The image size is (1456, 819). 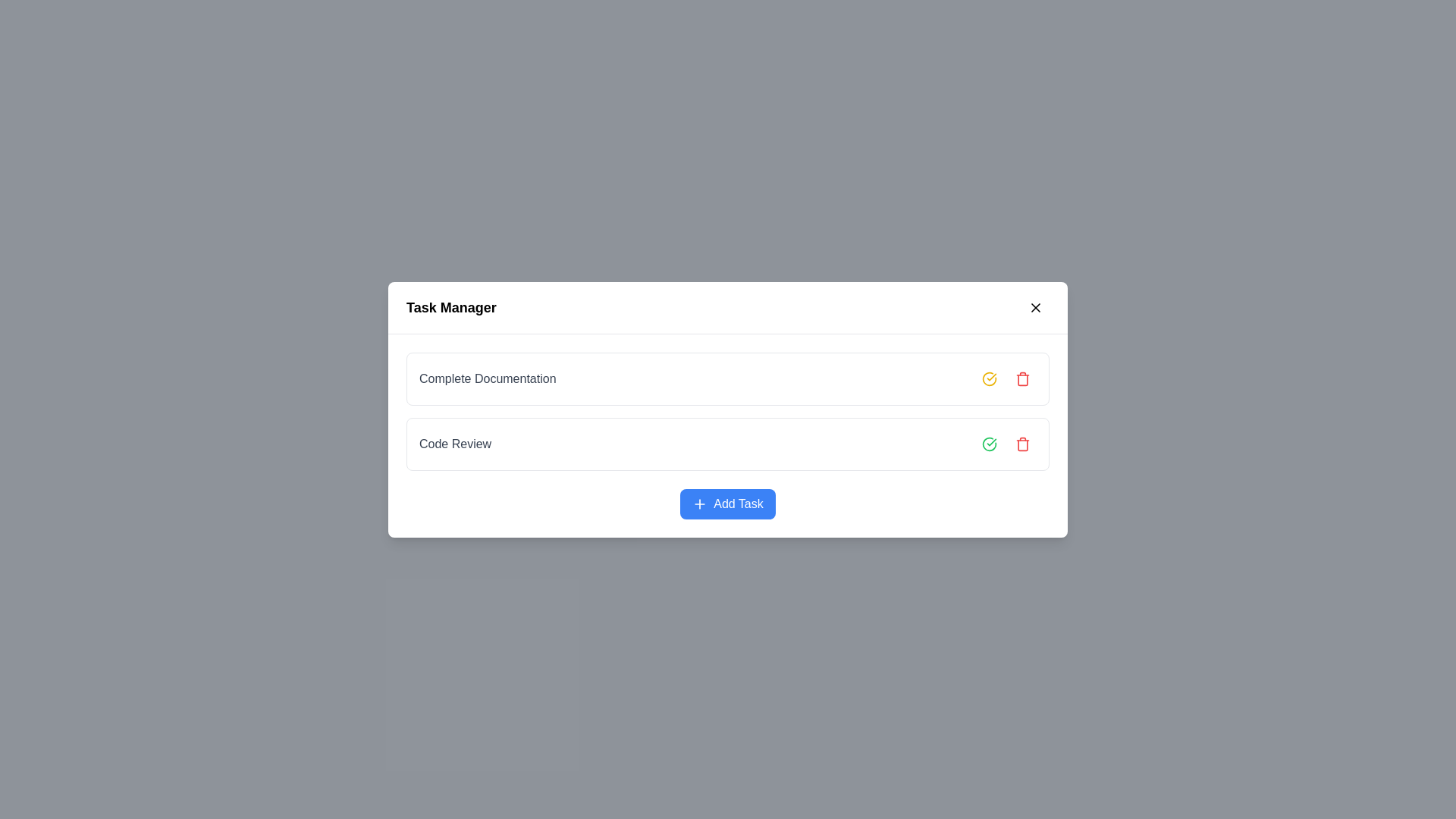 What do you see at coordinates (699, 504) in the screenshot?
I see `the plus icon located inside the 'Add Task' button at the bottom center of the interface` at bounding box center [699, 504].